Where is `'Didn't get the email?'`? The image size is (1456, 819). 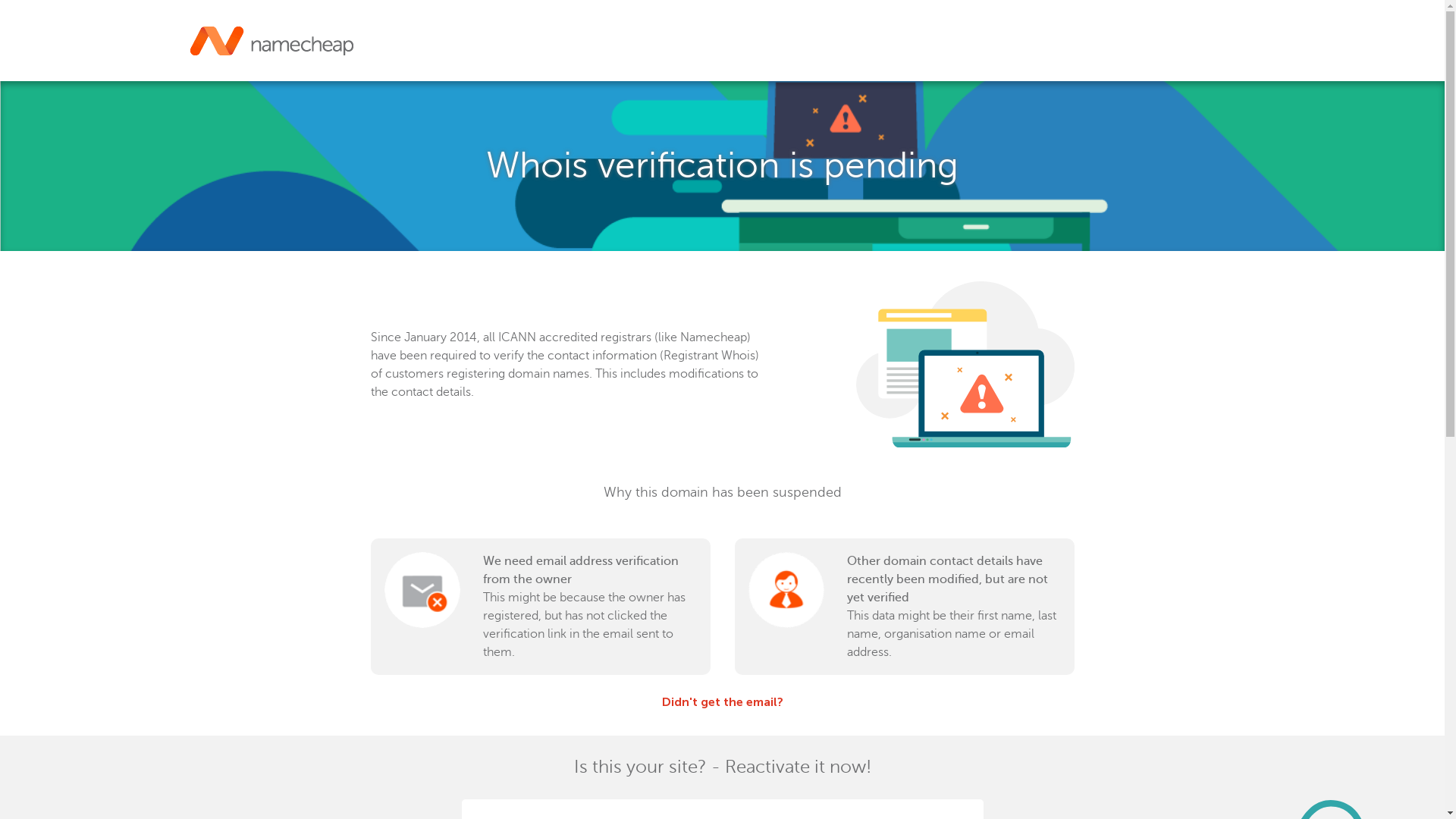 'Didn't get the email?' is located at coordinates (720, 701).